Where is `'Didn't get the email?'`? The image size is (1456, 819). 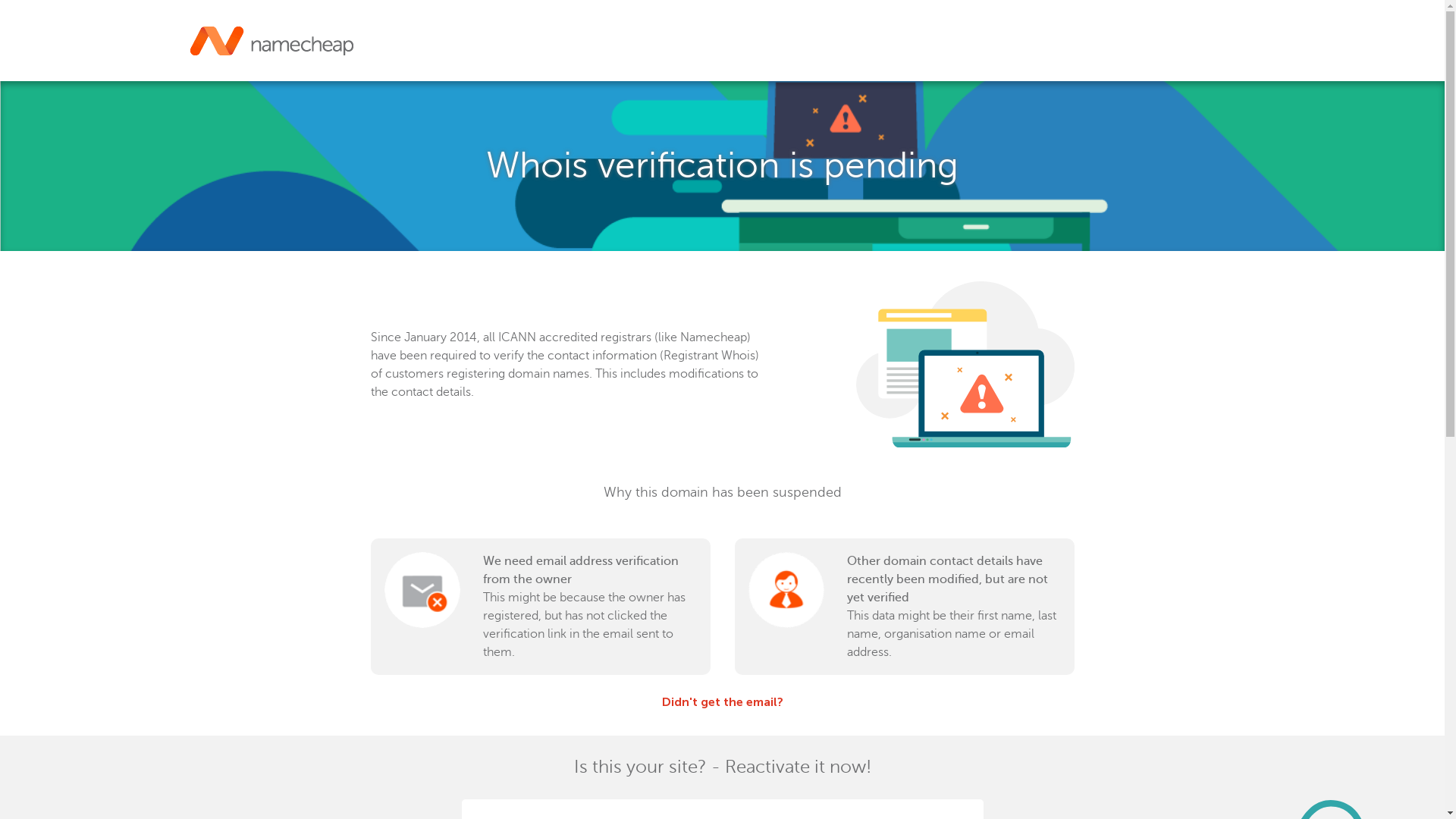 'Didn't get the email?' is located at coordinates (720, 701).